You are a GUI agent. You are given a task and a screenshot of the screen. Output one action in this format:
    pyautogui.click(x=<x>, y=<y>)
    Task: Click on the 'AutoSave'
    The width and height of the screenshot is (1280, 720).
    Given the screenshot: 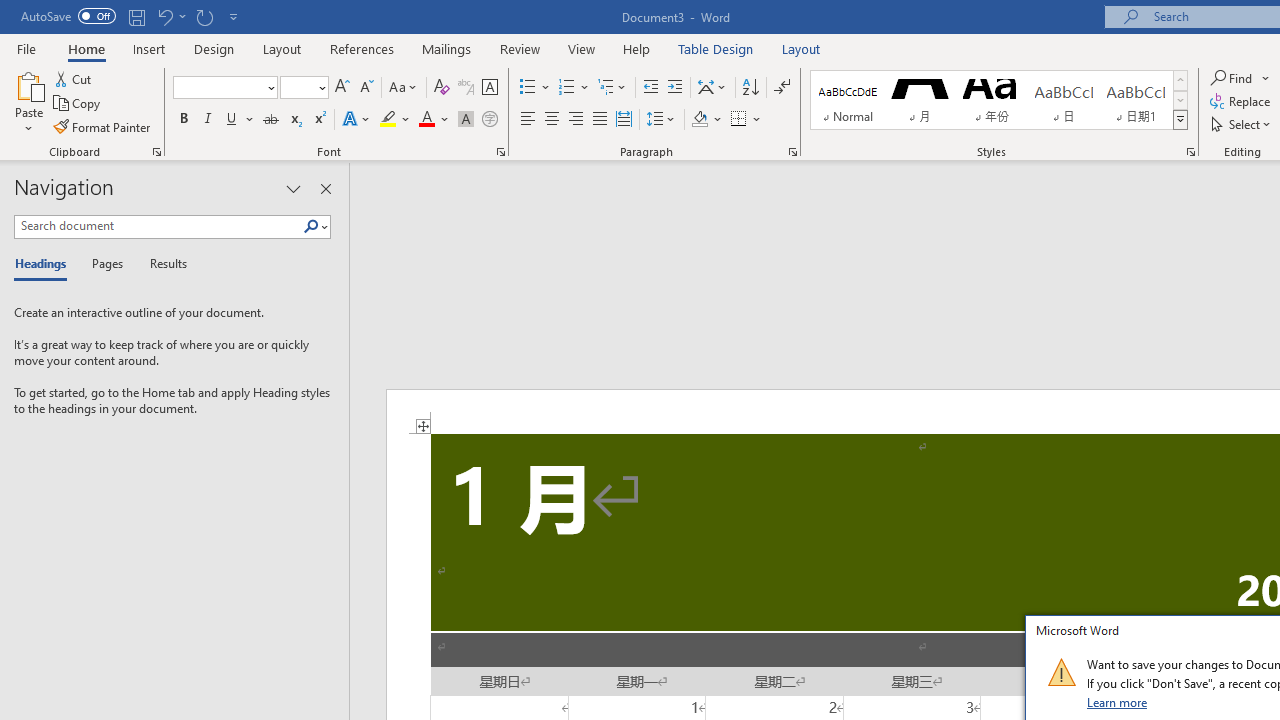 What is the action you would take?
    pyautogui.click(x=68, y=16)
    